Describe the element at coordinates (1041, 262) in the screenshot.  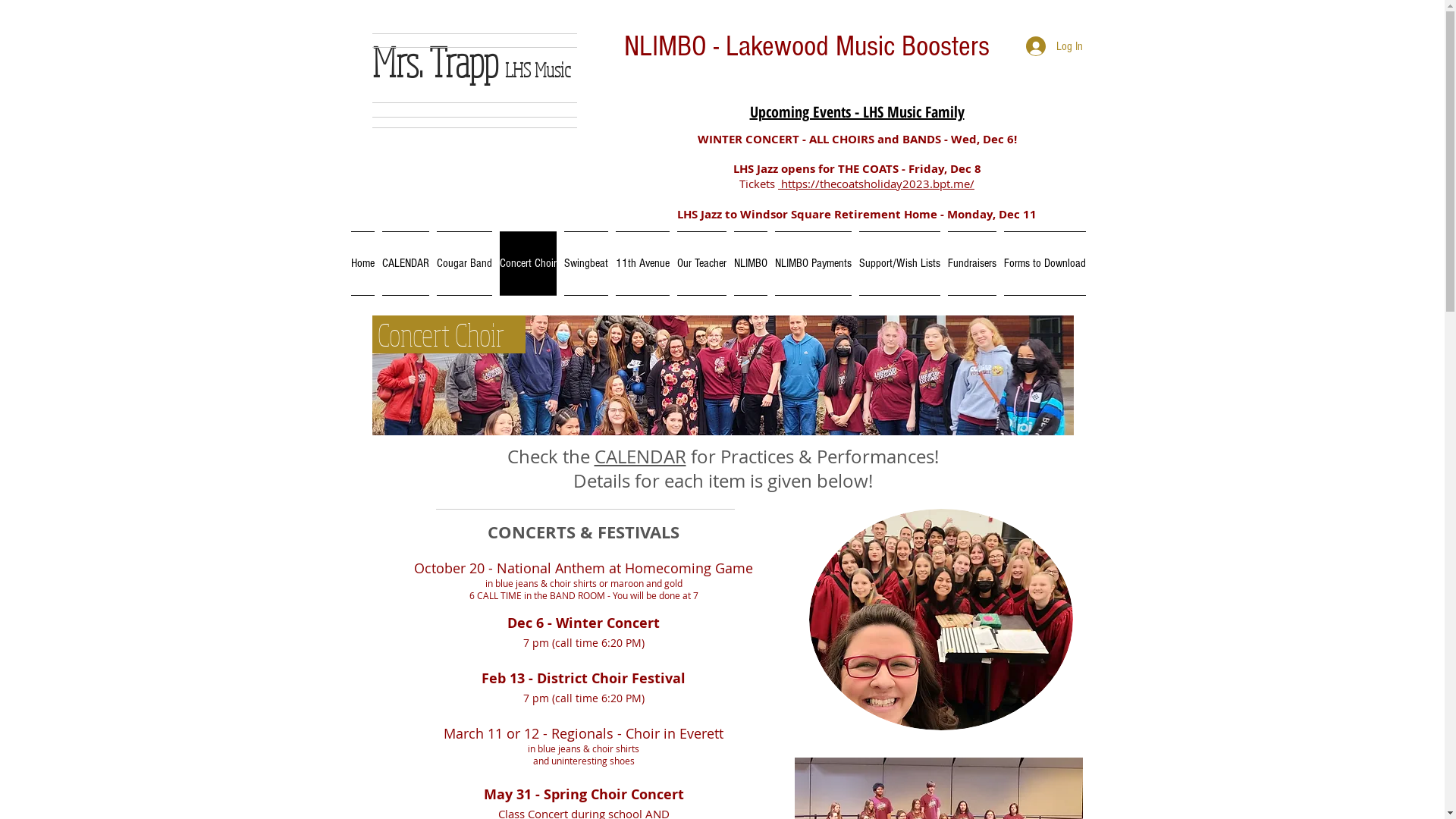
I see `'Forms to Download'` at that location.